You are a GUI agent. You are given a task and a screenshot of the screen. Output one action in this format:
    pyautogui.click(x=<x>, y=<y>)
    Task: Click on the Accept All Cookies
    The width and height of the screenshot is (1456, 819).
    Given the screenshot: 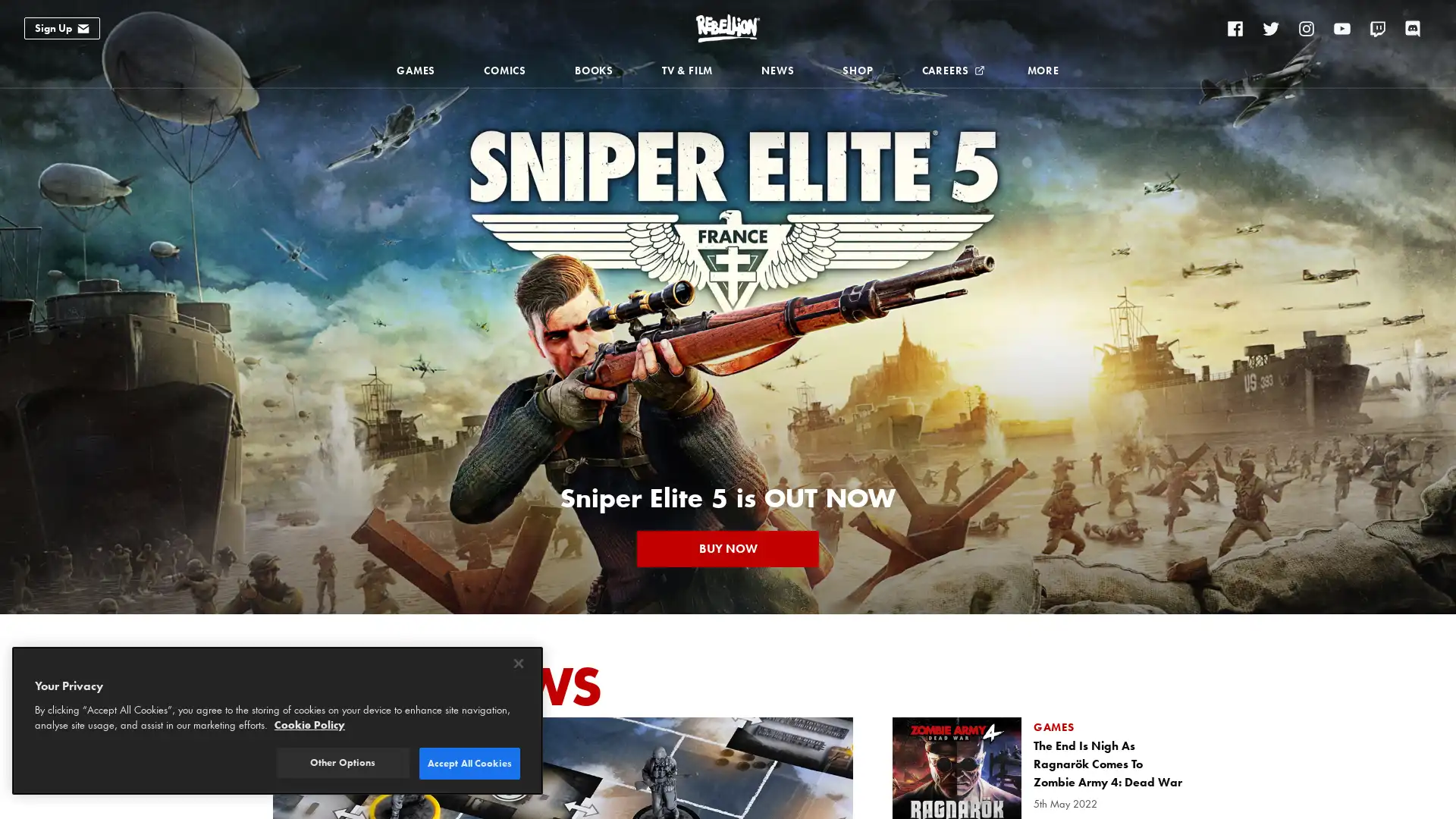 What is the action you would take?
    pyautogui.click(x=469, y=763)
    